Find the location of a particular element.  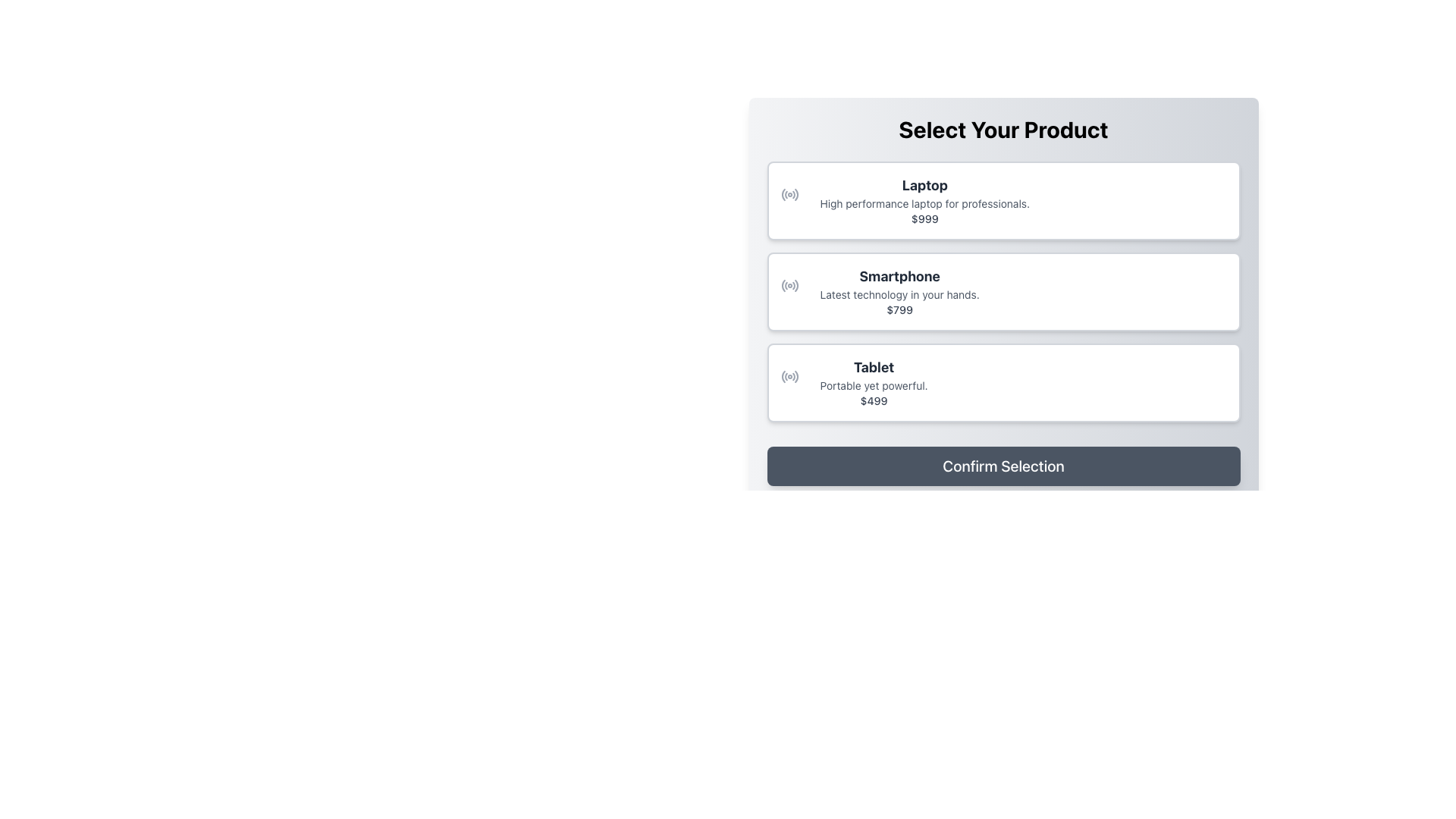

the outermost arc of the radio button icon for the 'Laptop' selection card, which is styled with a gray color and located in the top-left corner is located at coordinates (795, 193).